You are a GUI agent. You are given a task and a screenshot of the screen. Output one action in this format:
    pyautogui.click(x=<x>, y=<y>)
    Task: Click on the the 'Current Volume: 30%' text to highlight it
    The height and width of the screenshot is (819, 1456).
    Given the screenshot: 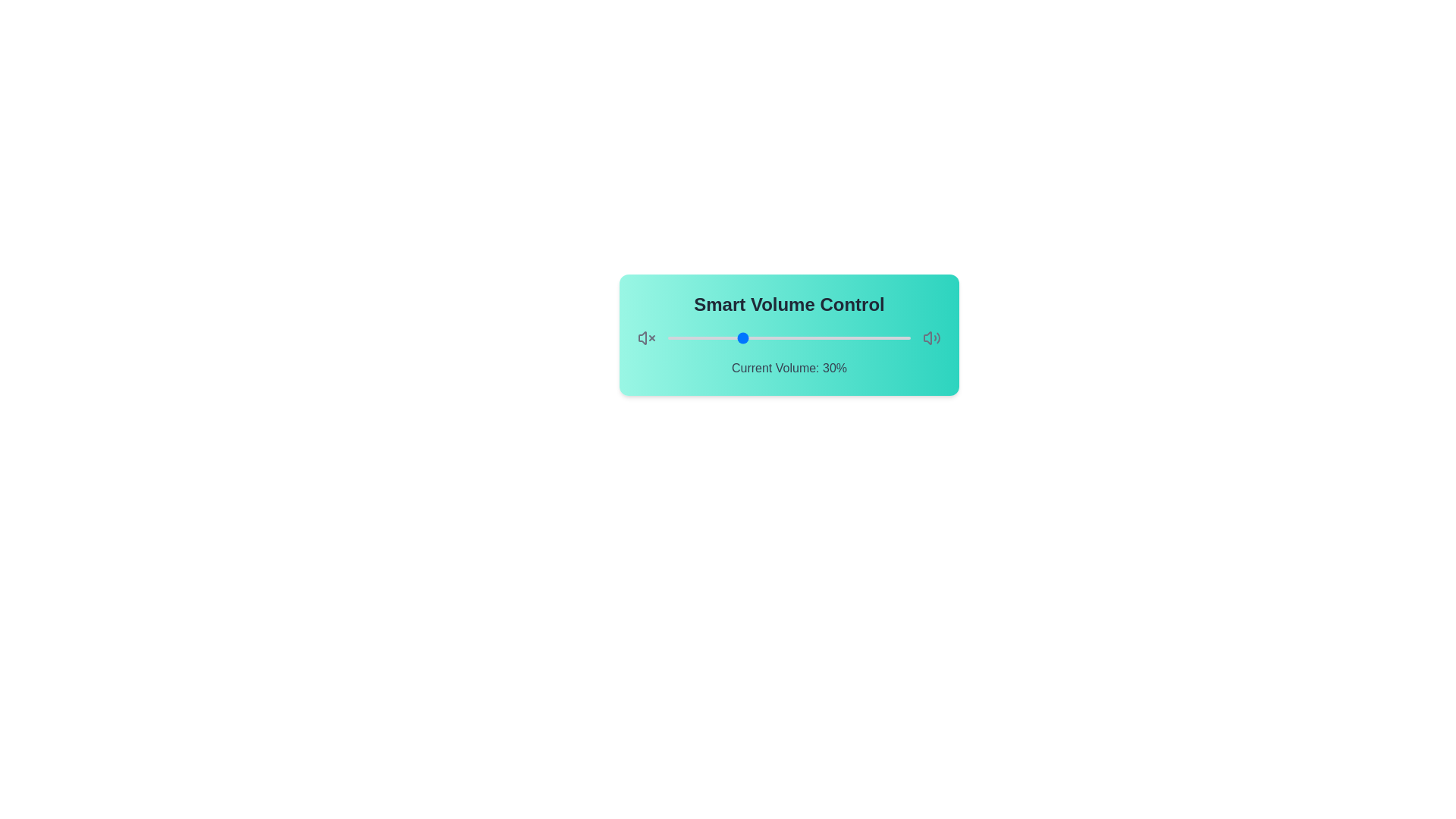 What is the action you would take?
    pyautogui.click(x=789, y=369)
    